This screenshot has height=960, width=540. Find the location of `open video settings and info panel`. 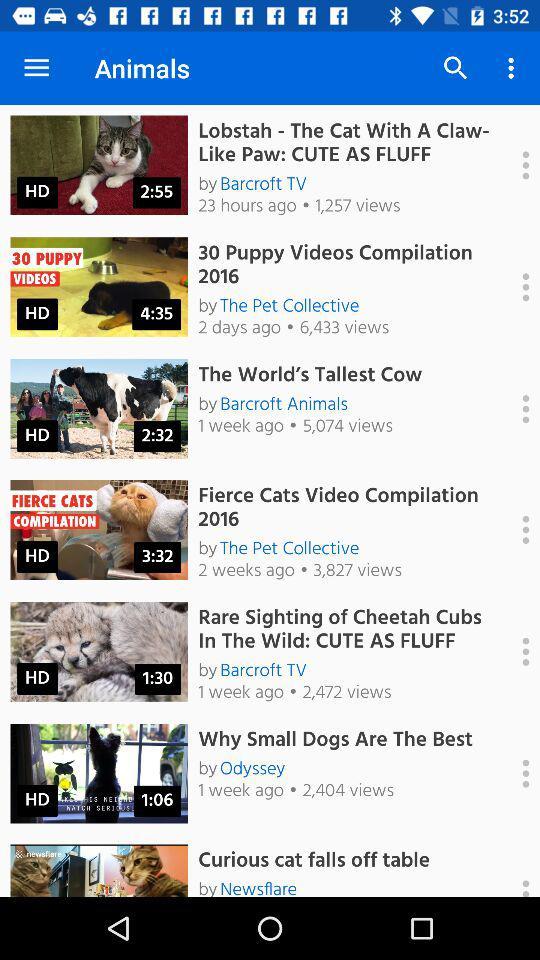

open video settings and info panel is located at coordinates (515, 869).